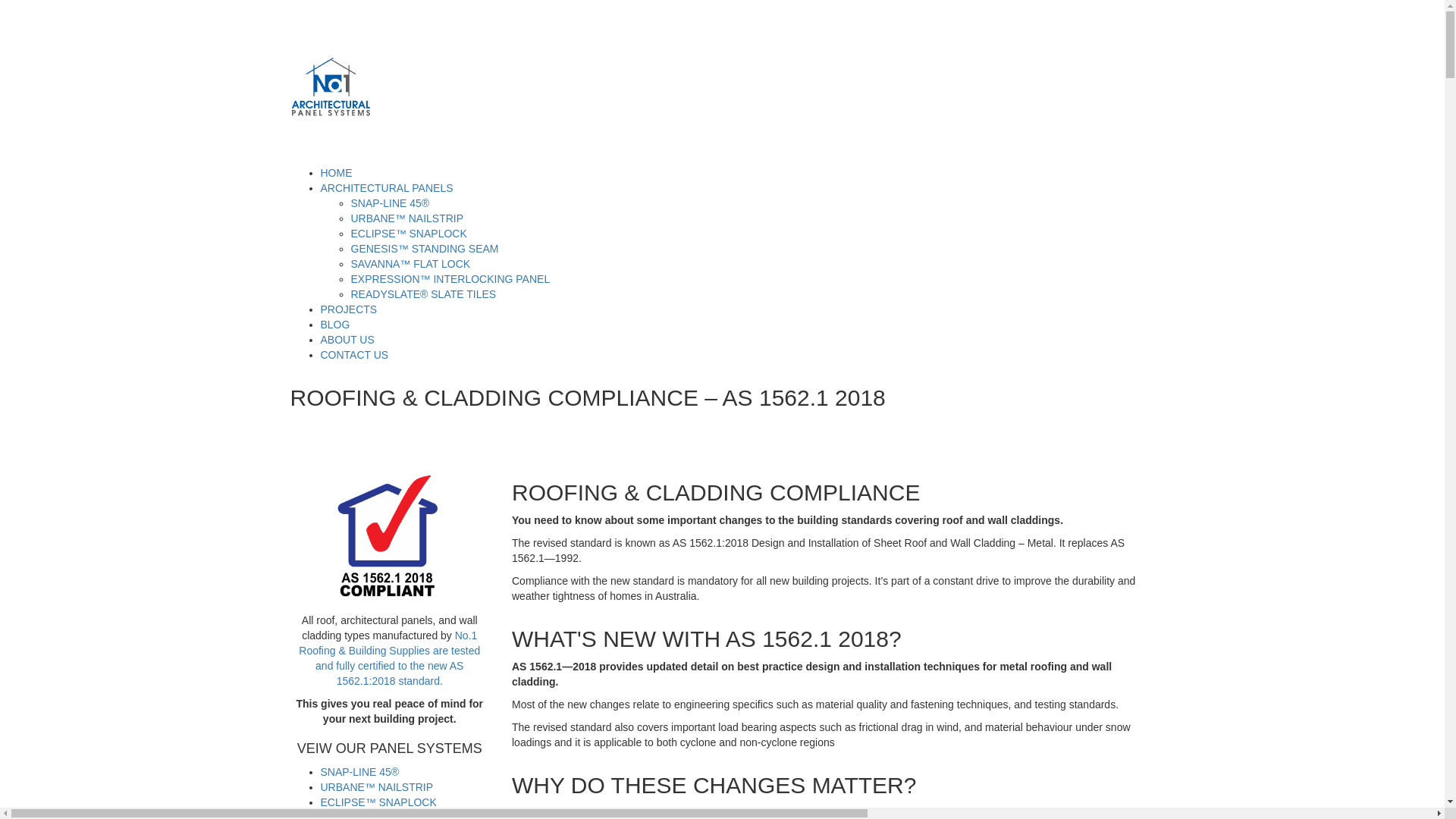 The image size is (1456, 819). Describe the element at coordinates (346, 338) in the screenshot. I see `'ABOUT US'` at that location.